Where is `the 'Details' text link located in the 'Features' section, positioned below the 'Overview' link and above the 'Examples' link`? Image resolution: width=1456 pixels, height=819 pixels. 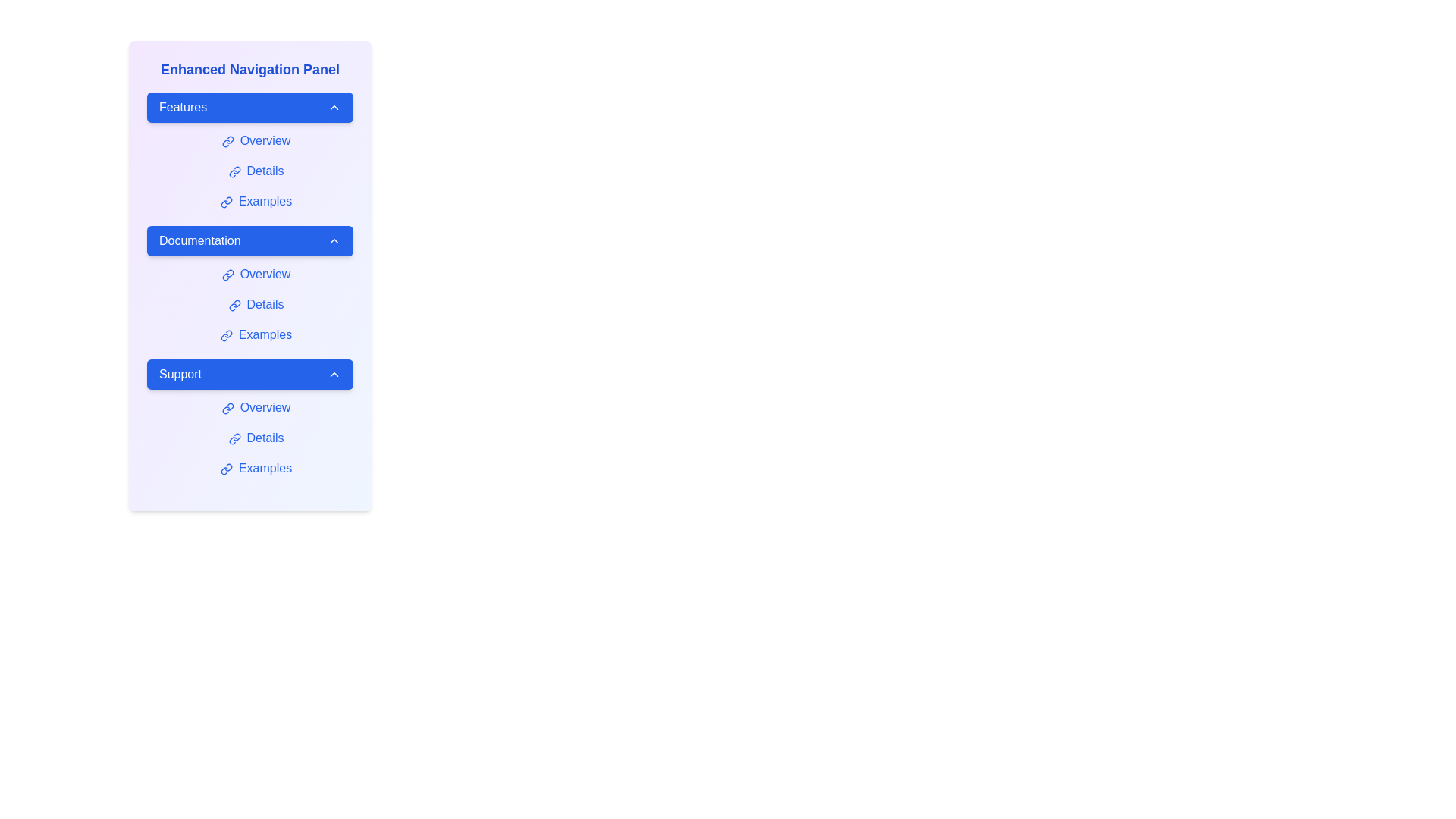 the 'Details' text link located in the 'Features' section, positioned below the 'Overview' link and above the 'Examples' link is located at coordinates (256, 171).